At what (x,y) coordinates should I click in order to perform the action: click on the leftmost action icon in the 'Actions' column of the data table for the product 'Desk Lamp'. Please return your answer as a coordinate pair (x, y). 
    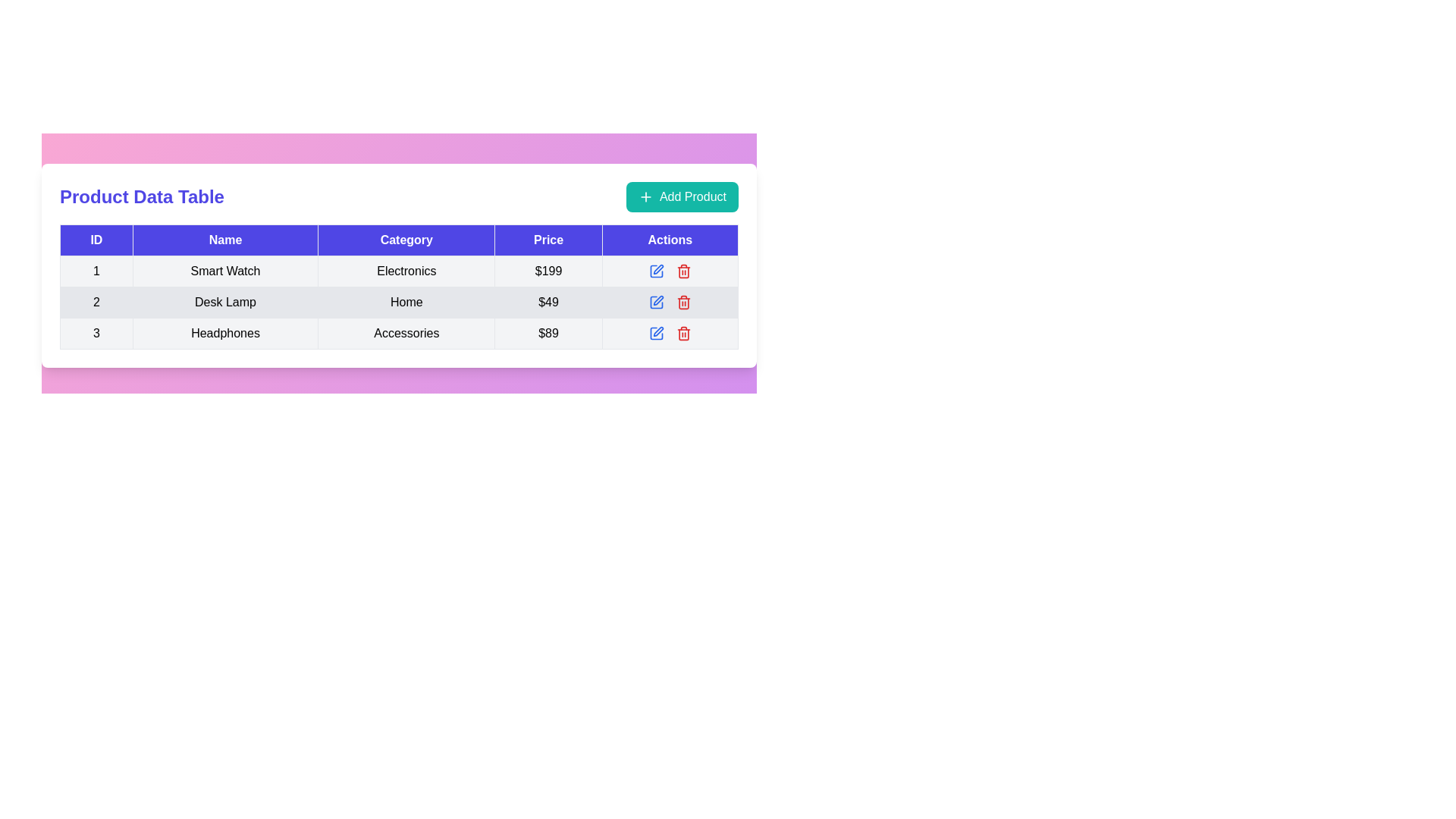
    Looking at the image, I should click on (656, 302).